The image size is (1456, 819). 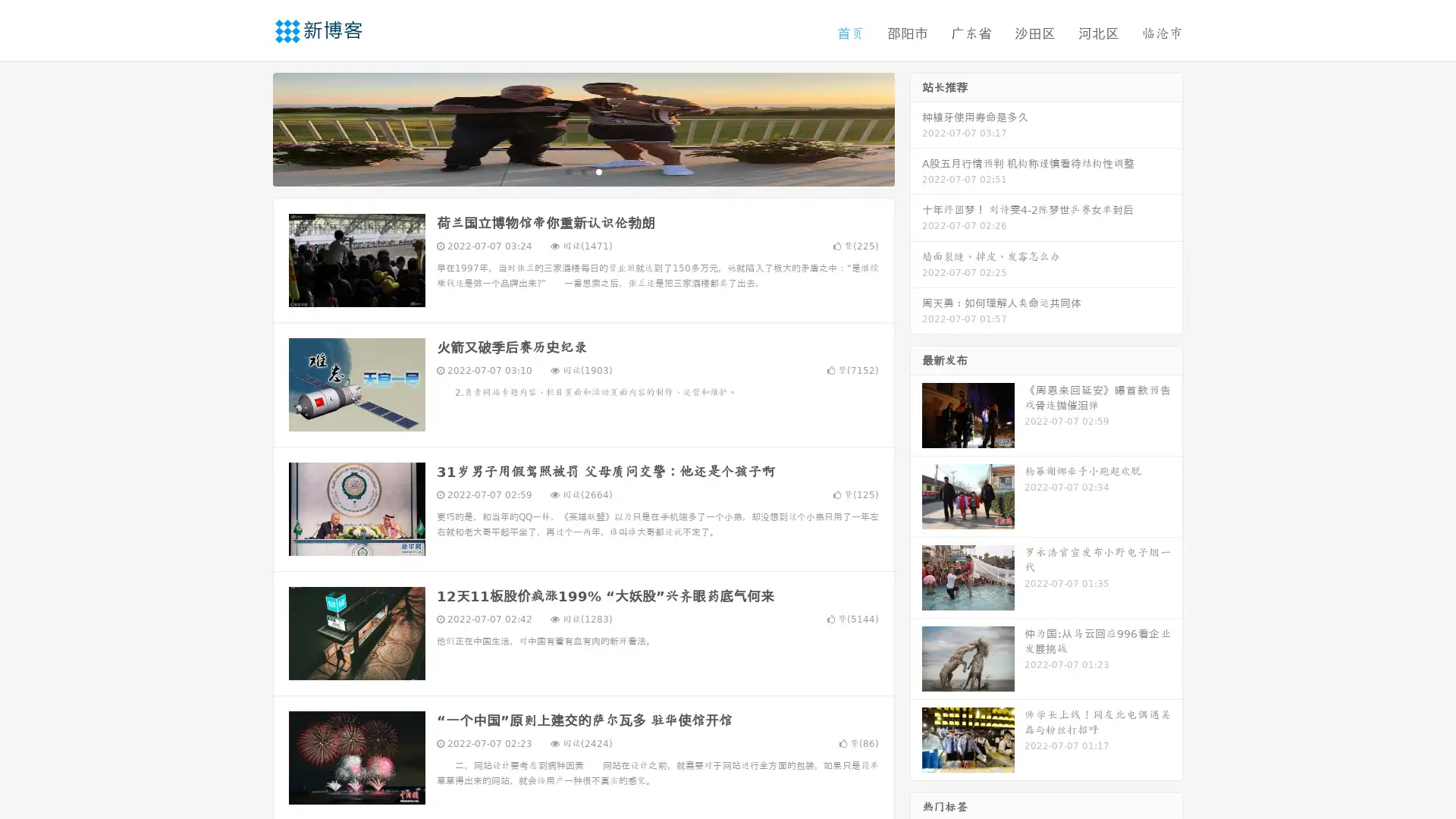 What do you see at coordinates (250, 127) in the screenshot?
I see `Previous slide` at bounding box center [250, 127].